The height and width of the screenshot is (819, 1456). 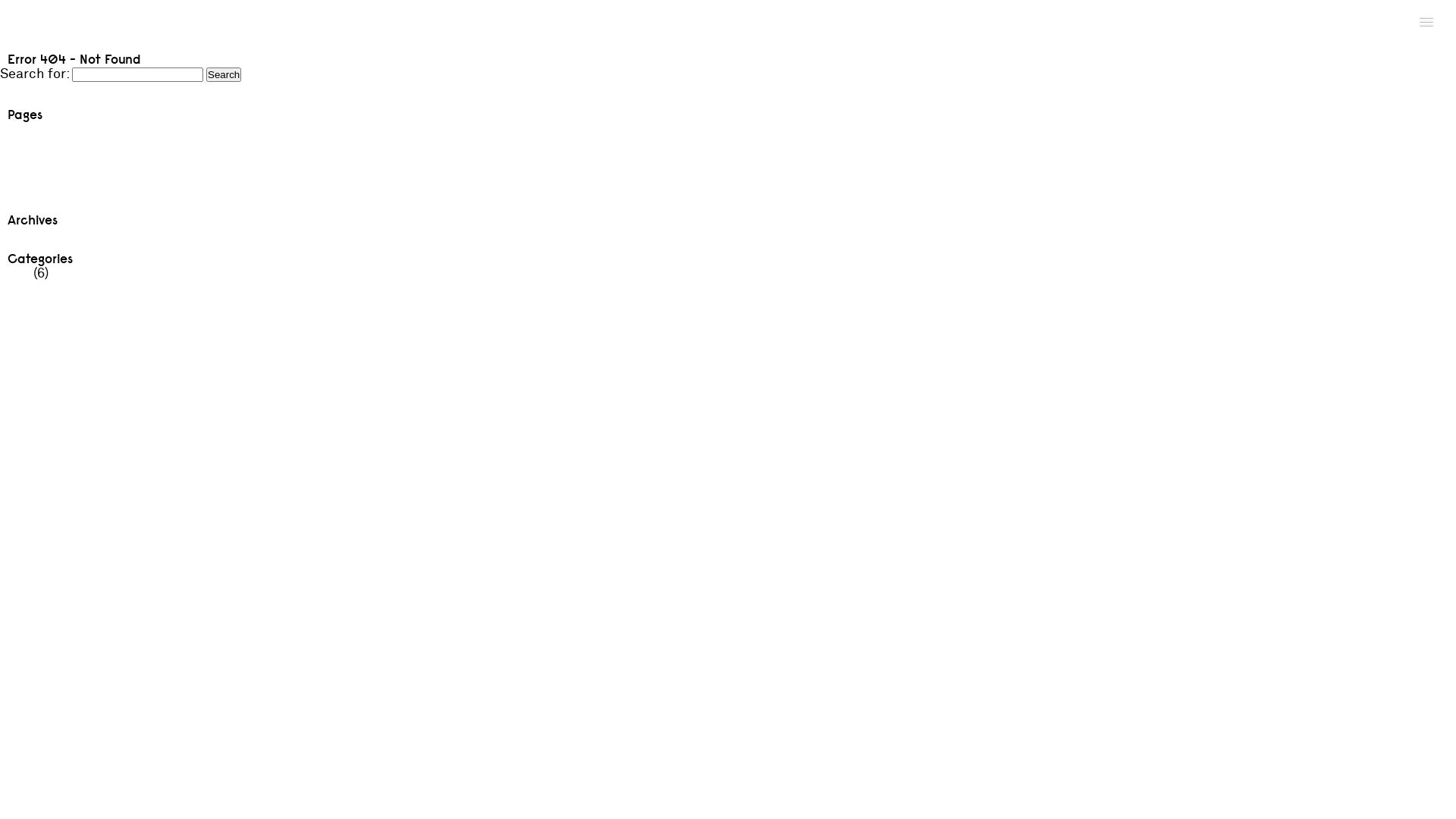 What do you see at coordinates (0, 146) in the screenshot?
I see `'Case'` at bounding box center [0, 146].